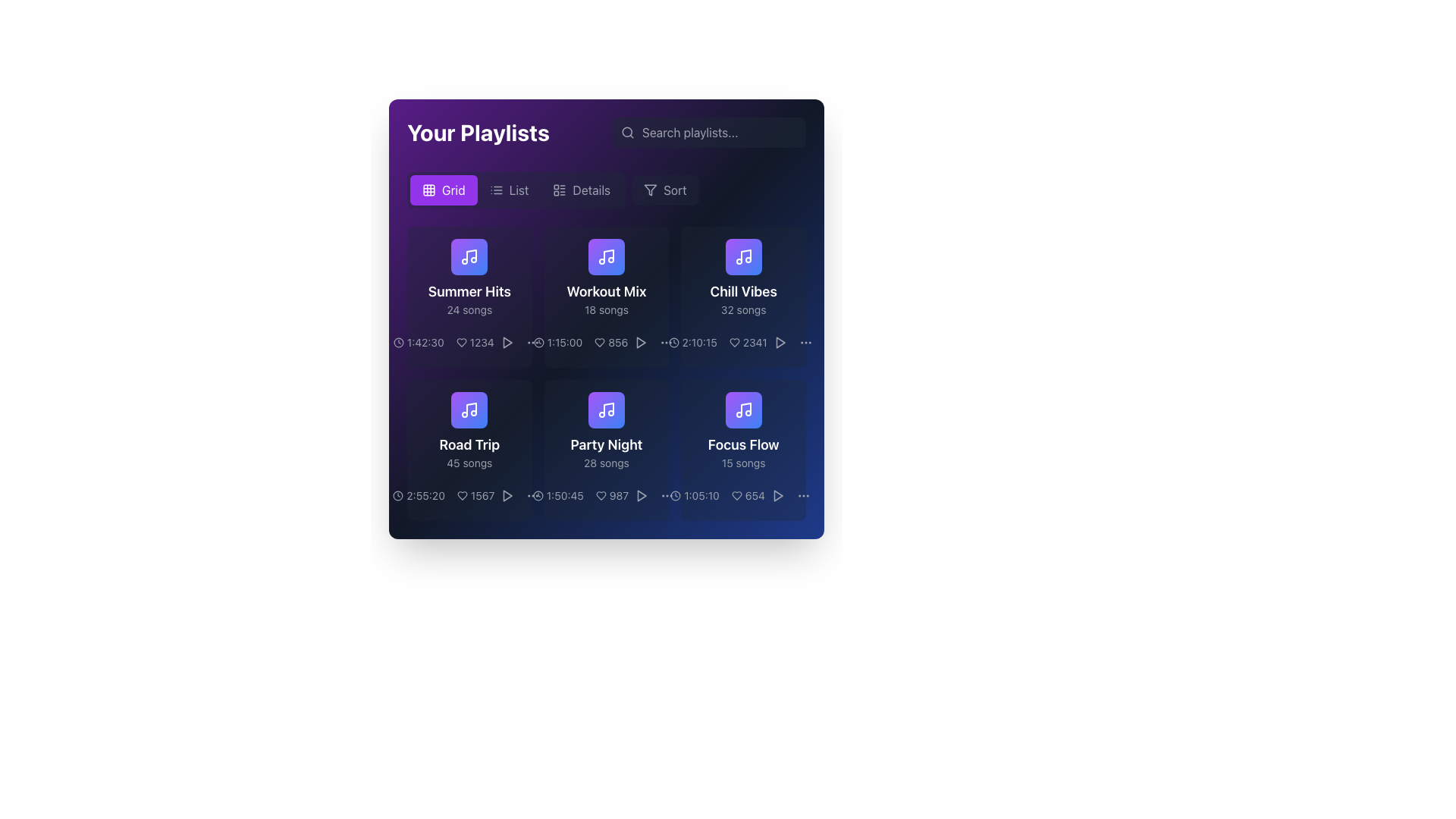 Image resolution: width=1456 pixels, height=819 pixels. What do you see at coordinates (443, 189) in the screenshot?
I see `the 'Grid' button, which is the first button in a row of three buttons at the top of the playlist management interface` at bounding box center [443, 189].